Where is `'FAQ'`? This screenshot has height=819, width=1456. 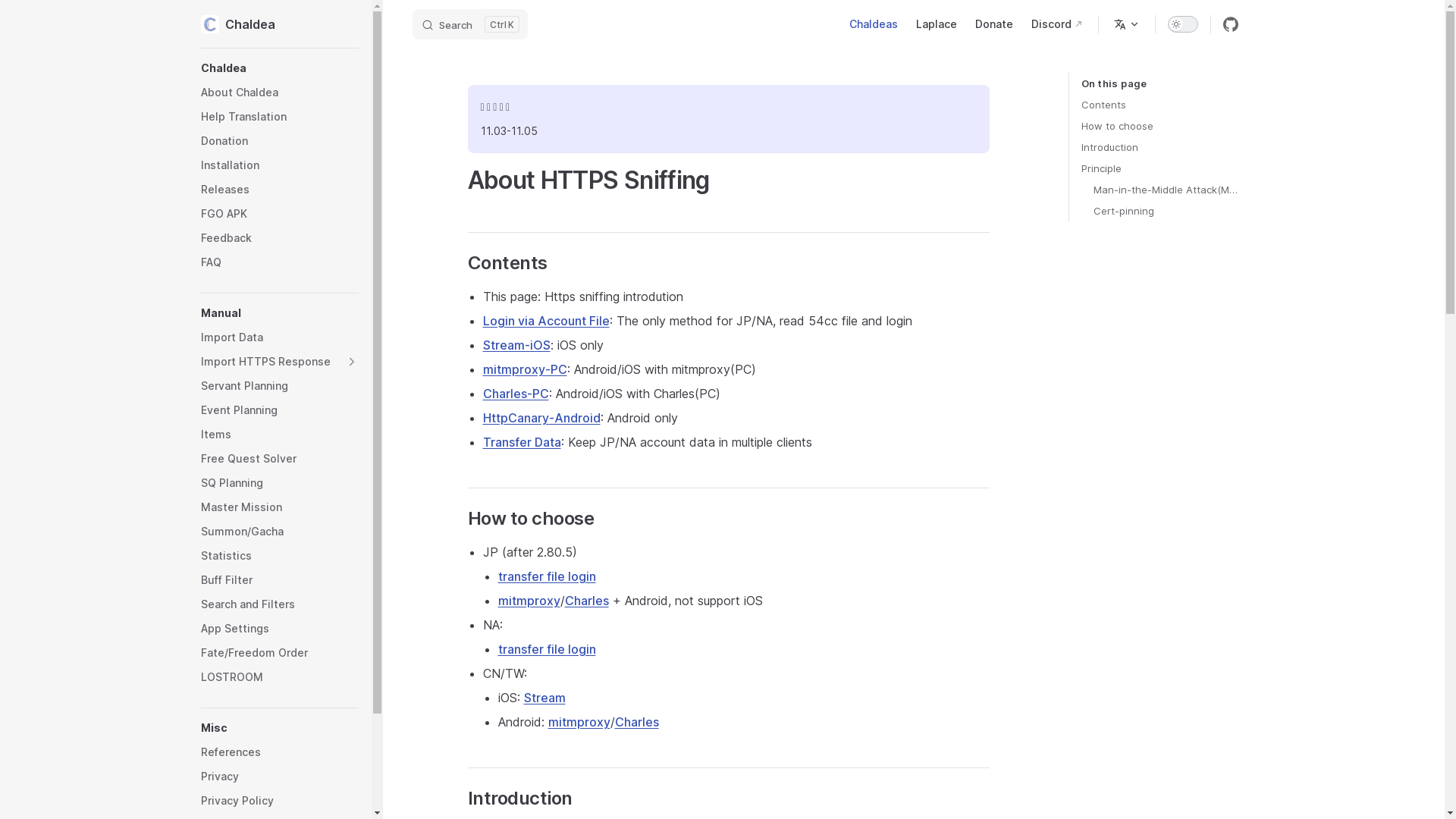 'FAQ' is located at coordinates (279, 262).